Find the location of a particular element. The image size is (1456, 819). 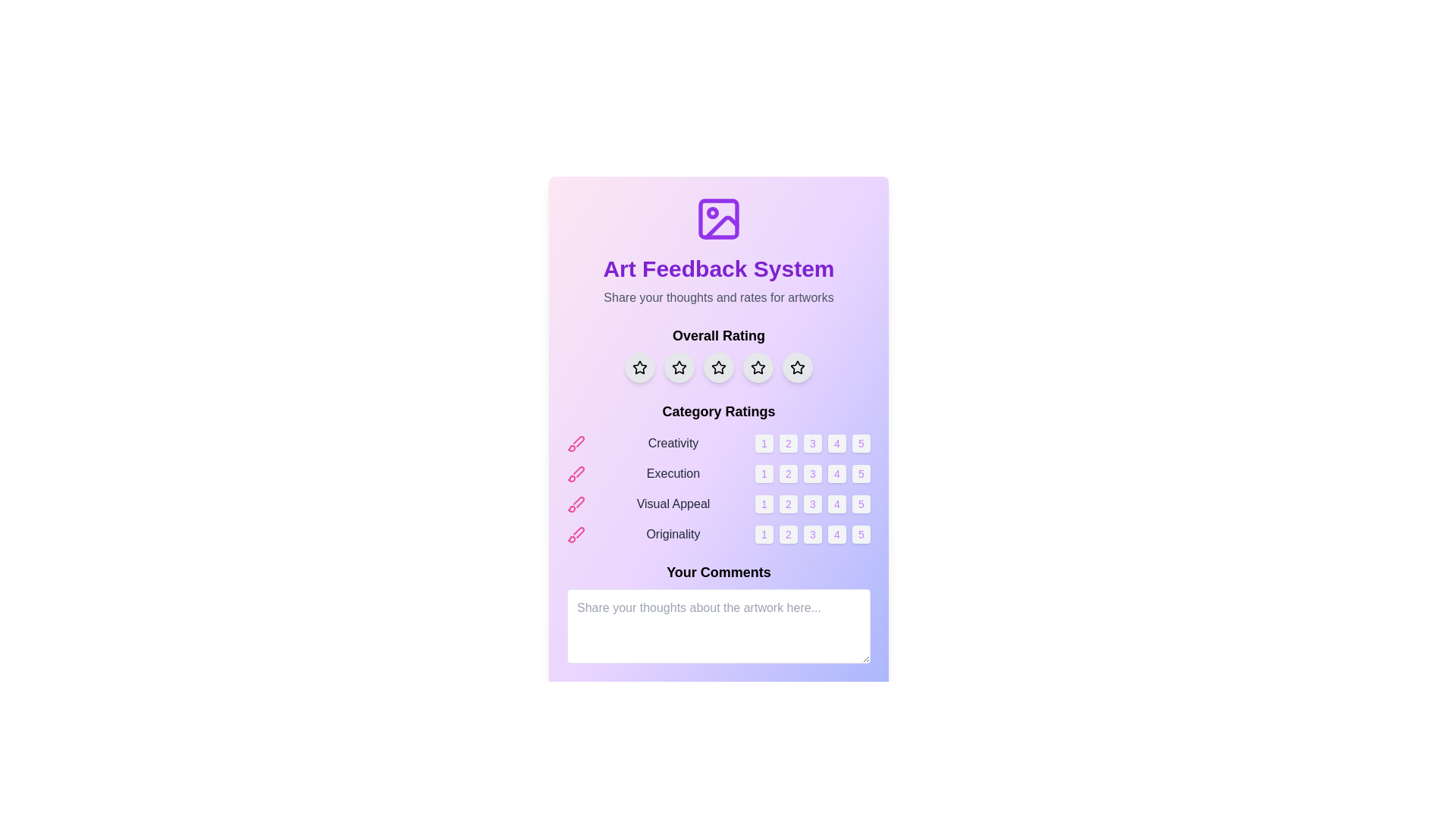

the number 1 in the 'Visual Appeal12345' rating selector to rate with the lowest score is located at coordinates (718, 504).